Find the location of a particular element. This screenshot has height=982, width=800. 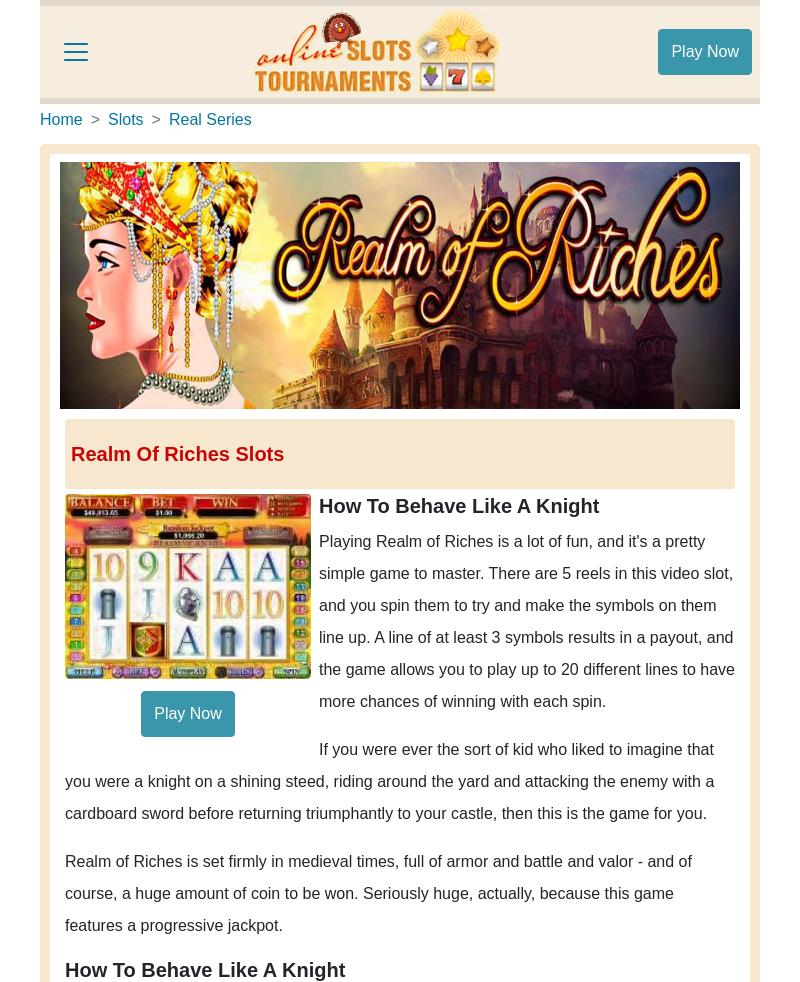

'July 25, 2023' is located at coordinates (471, 92).